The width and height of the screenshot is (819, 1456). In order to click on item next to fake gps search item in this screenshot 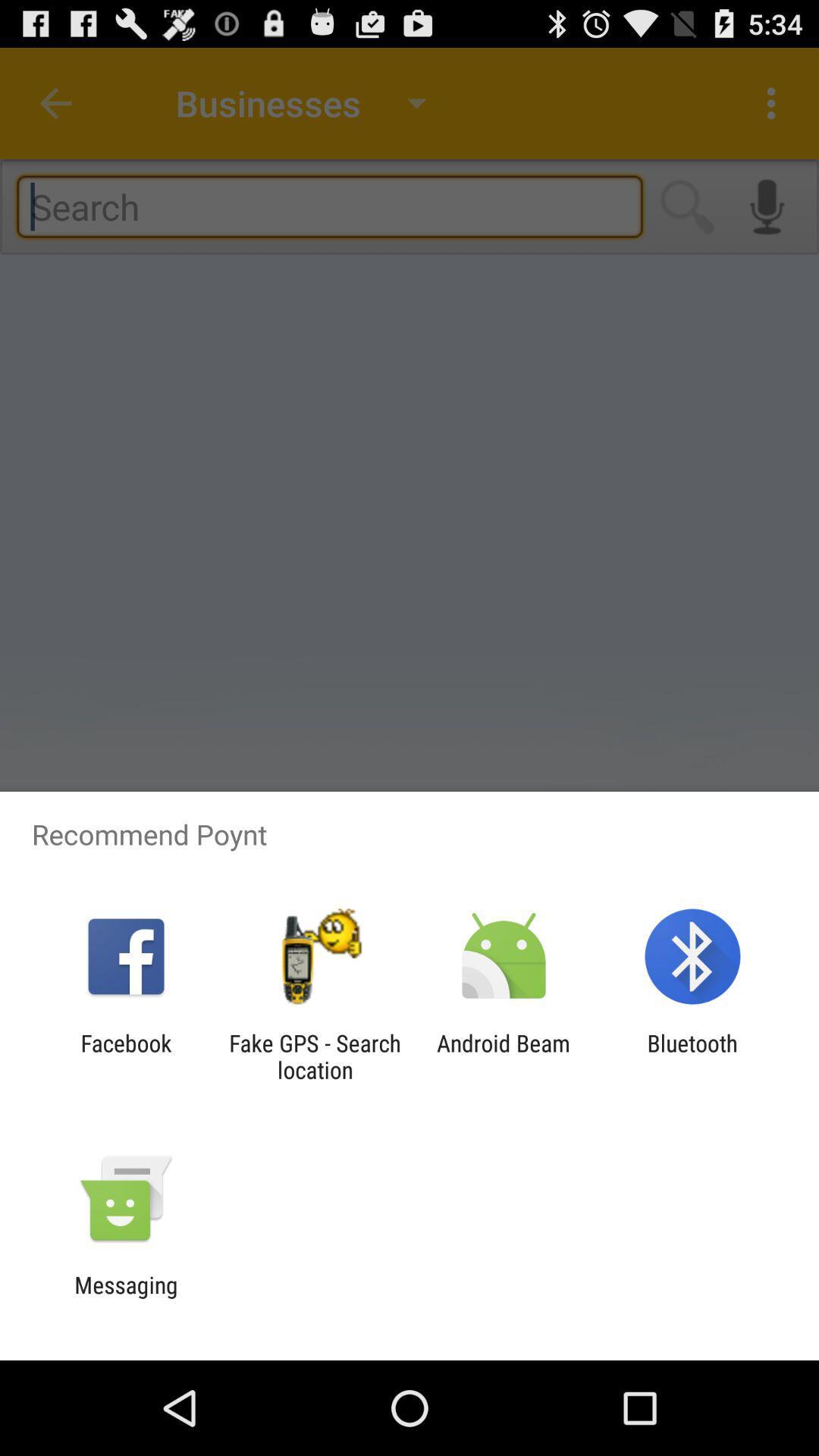, I will do `click(125, 1056)`.